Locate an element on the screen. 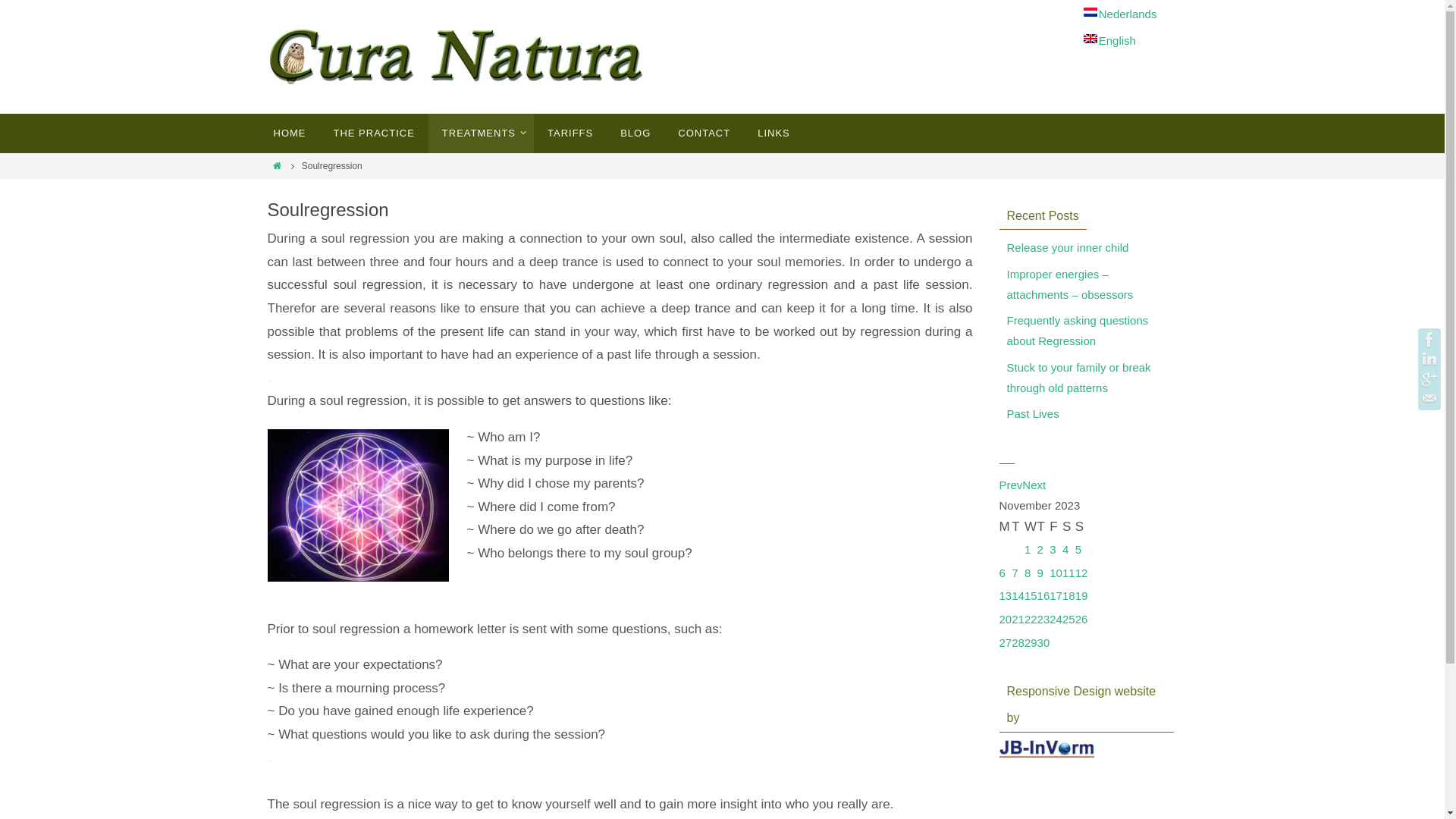 The width and height of the screenshot is (1456, 819). '10' is located at coordinates (1055, 573).